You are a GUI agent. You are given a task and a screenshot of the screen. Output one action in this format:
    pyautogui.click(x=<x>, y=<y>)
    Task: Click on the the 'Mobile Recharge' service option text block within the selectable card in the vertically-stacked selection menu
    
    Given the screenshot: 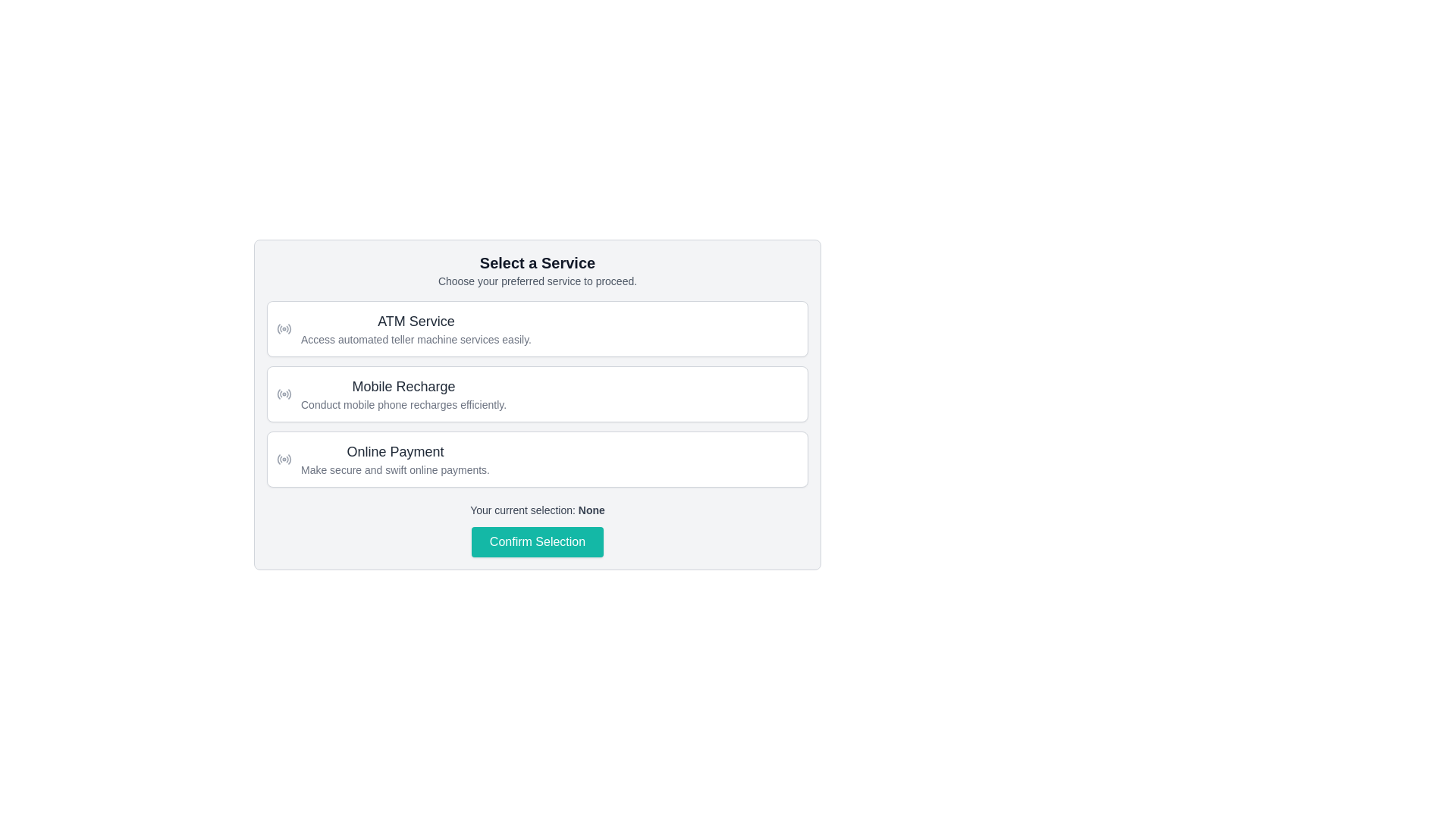 What is the action you would take?
    pyautogui.click(x=403, y=394)
    